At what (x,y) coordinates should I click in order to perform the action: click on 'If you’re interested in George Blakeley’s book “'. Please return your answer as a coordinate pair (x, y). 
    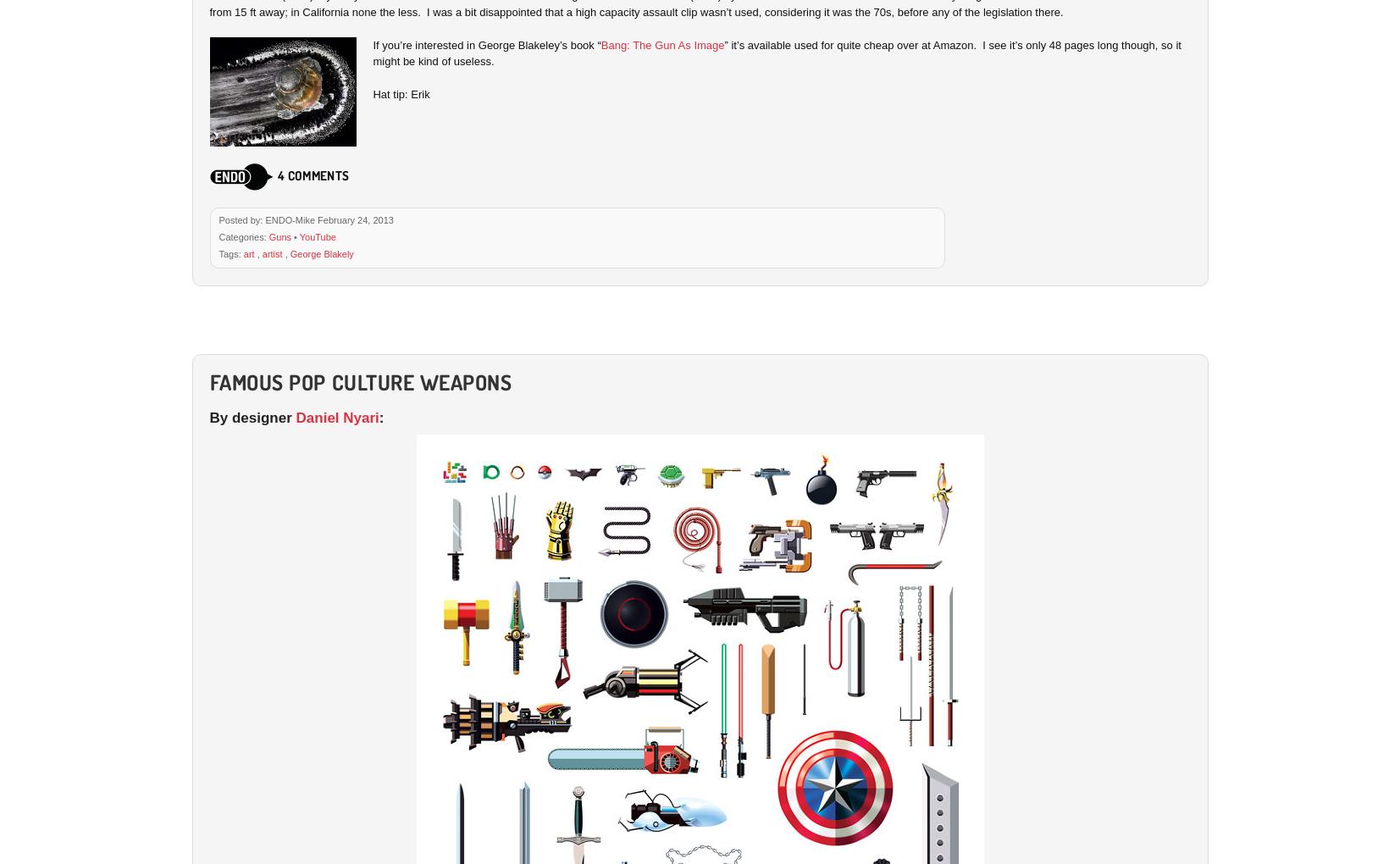
    Looking at the image, I should click on (372, 44).